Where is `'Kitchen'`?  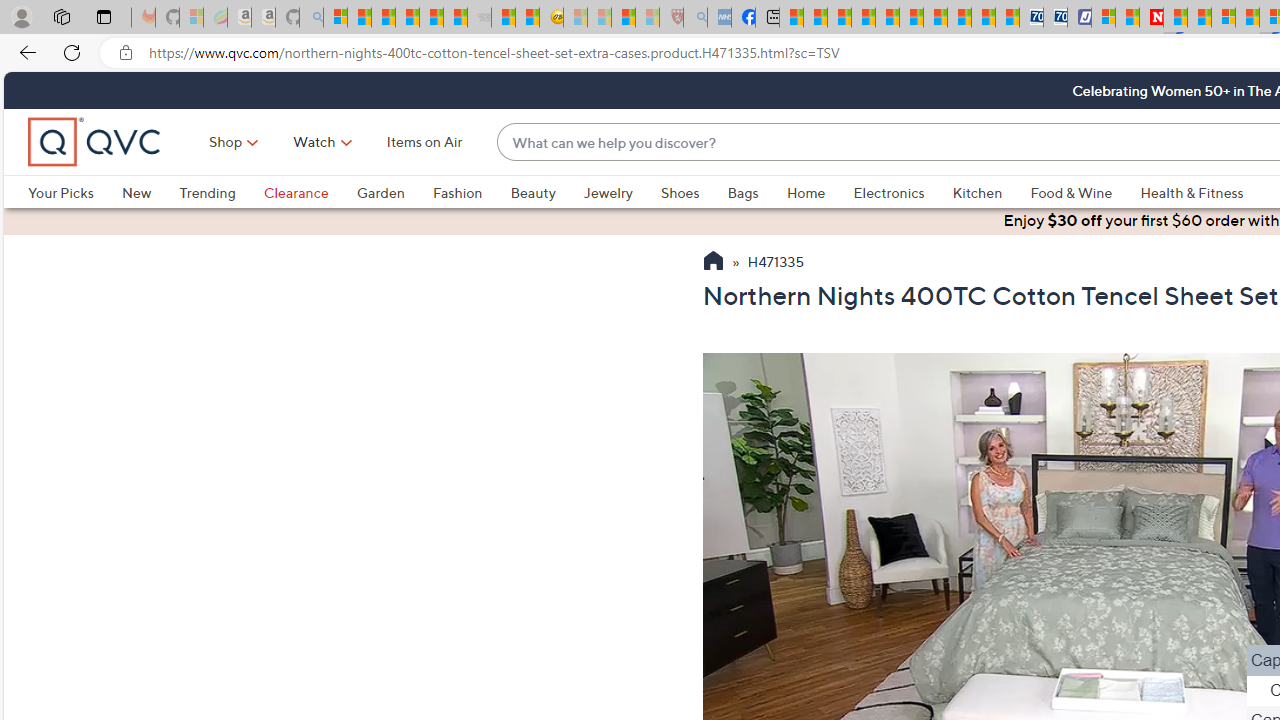
'Kitchen' is located at coordinates (991, 192).